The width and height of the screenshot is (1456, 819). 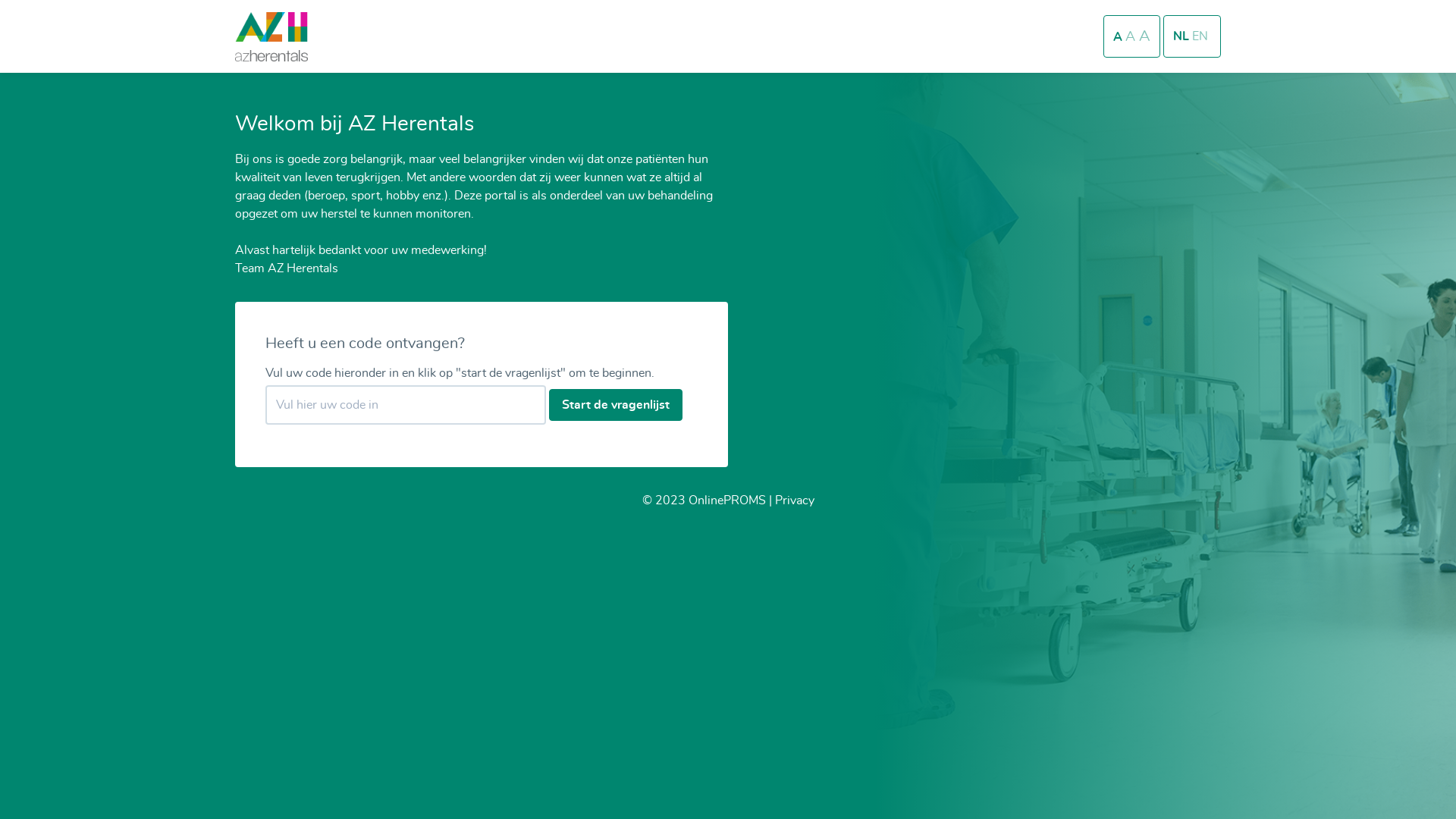 I want to click on 'A', so click(x=1119, y=36).